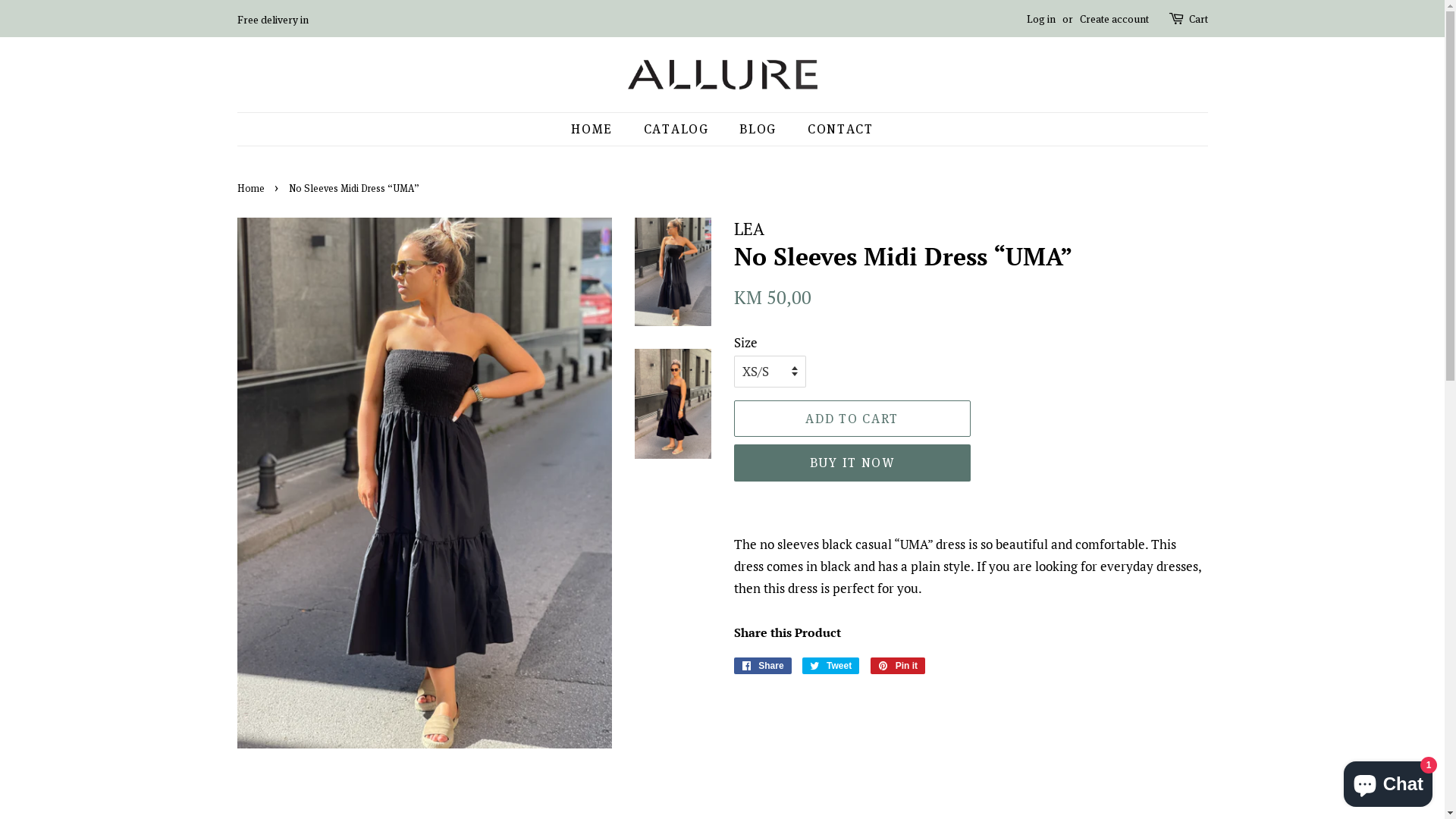  What do you see at coordinates (830, 665) in the screenshot?
I see `'Tweet` at bounding box center [830, 665].